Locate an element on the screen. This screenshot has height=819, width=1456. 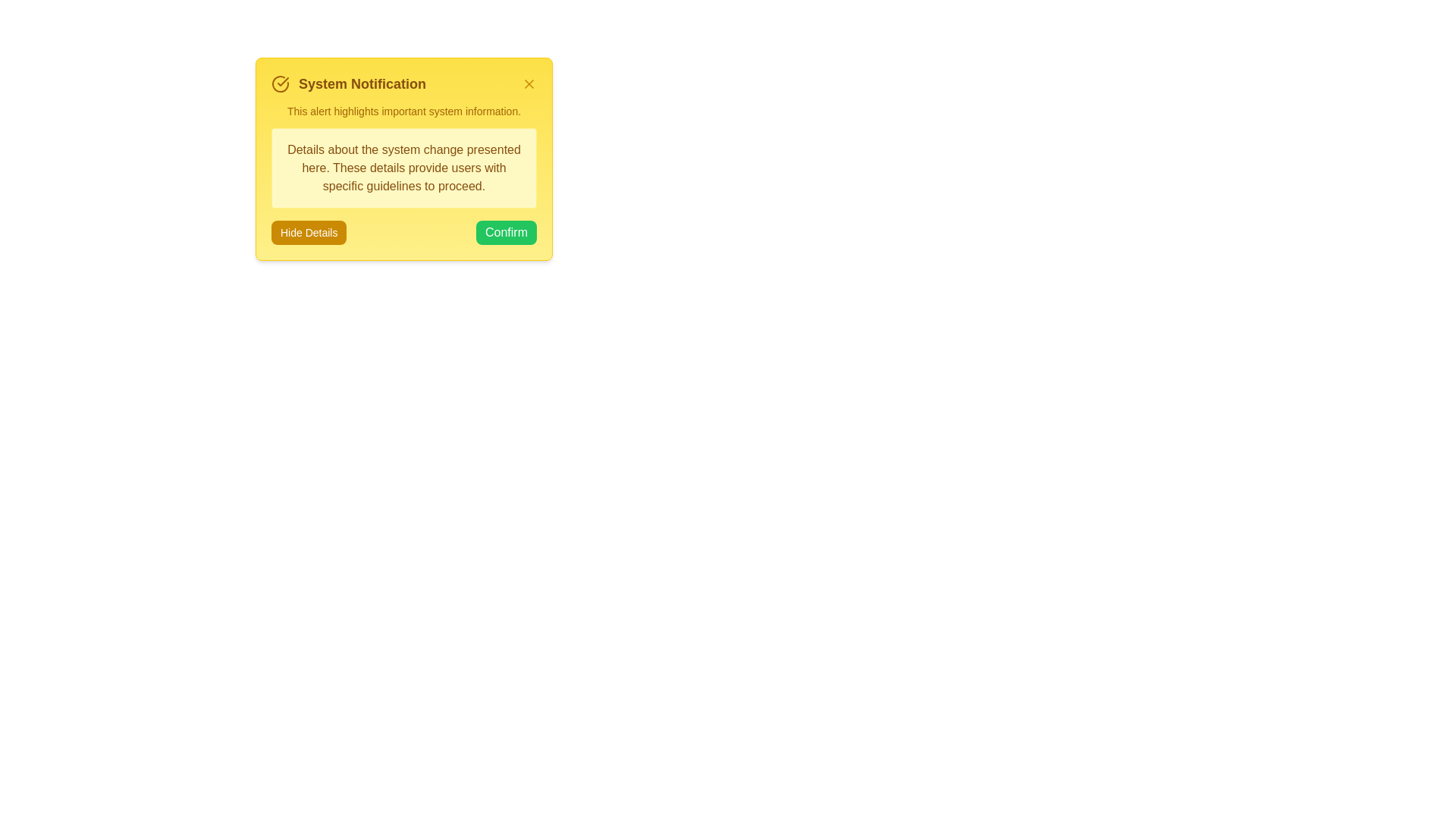
the 'Hide Details' button to toggle the visibility of the details section is located at coordinates (308, 233).